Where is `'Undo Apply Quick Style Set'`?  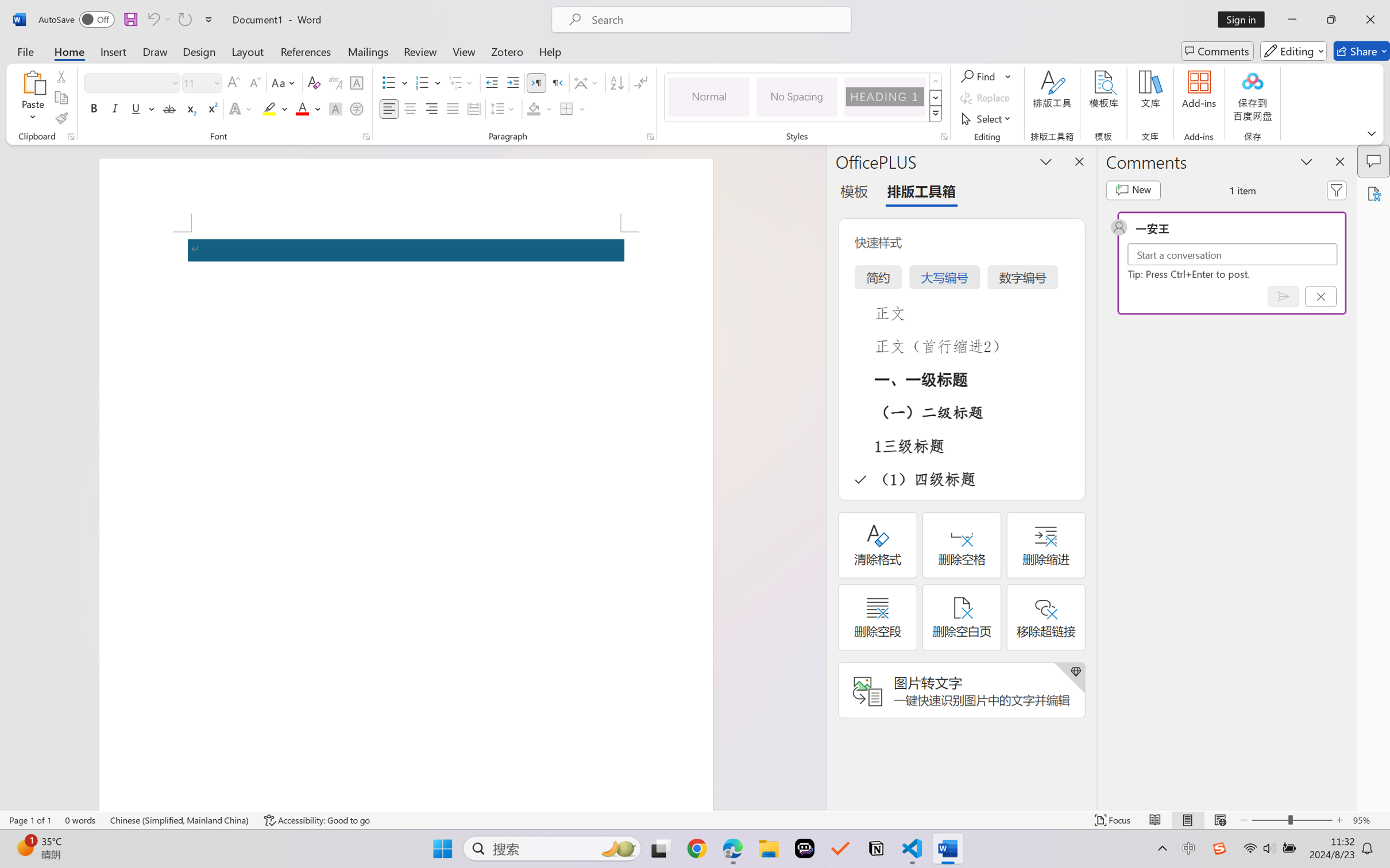 'Undo Apply Quick Style Set' is located at coordinates (157, 19).